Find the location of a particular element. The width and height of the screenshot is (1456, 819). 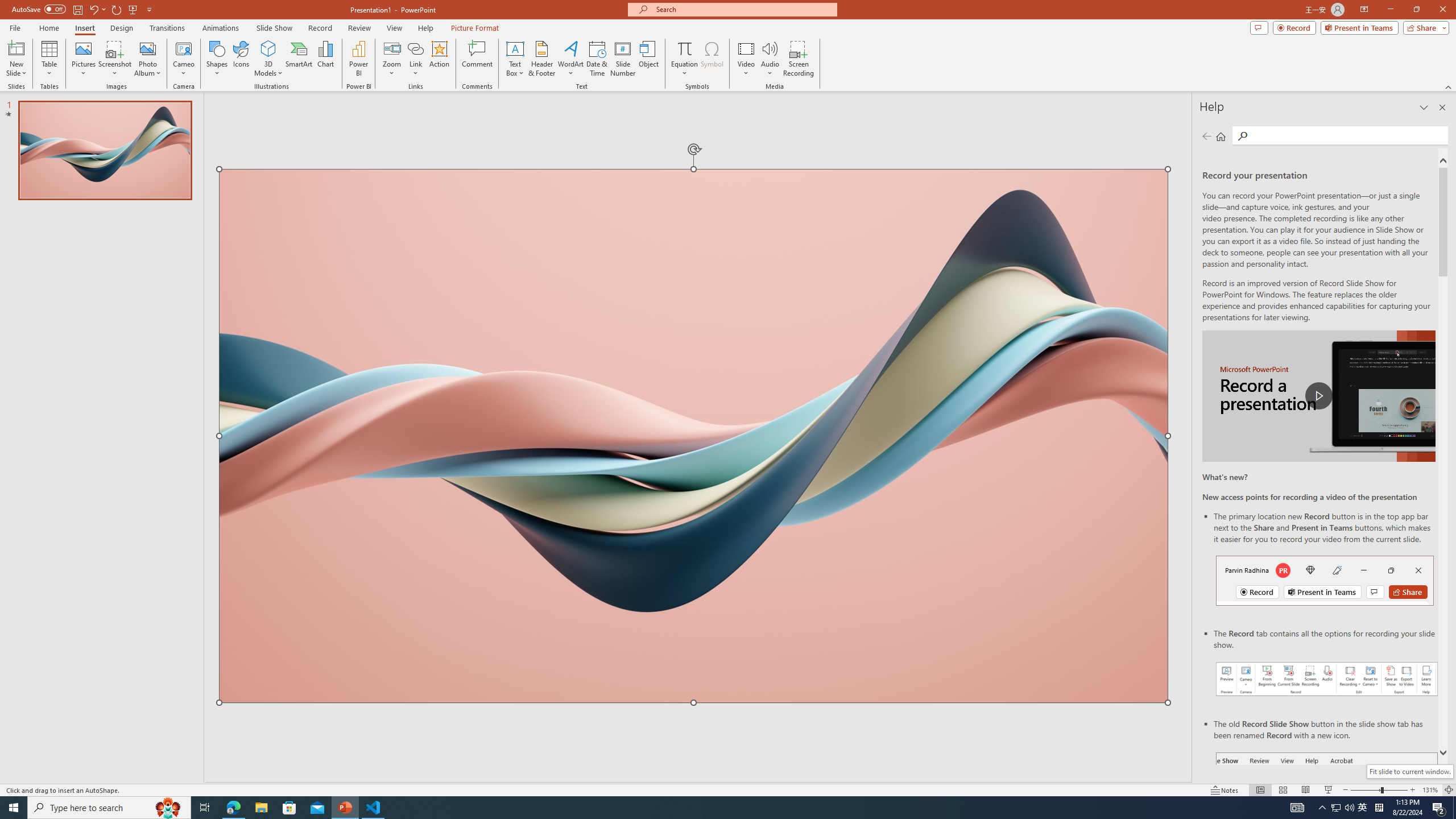

'play Record a Presentation' is located at coordinates (1318, 396).